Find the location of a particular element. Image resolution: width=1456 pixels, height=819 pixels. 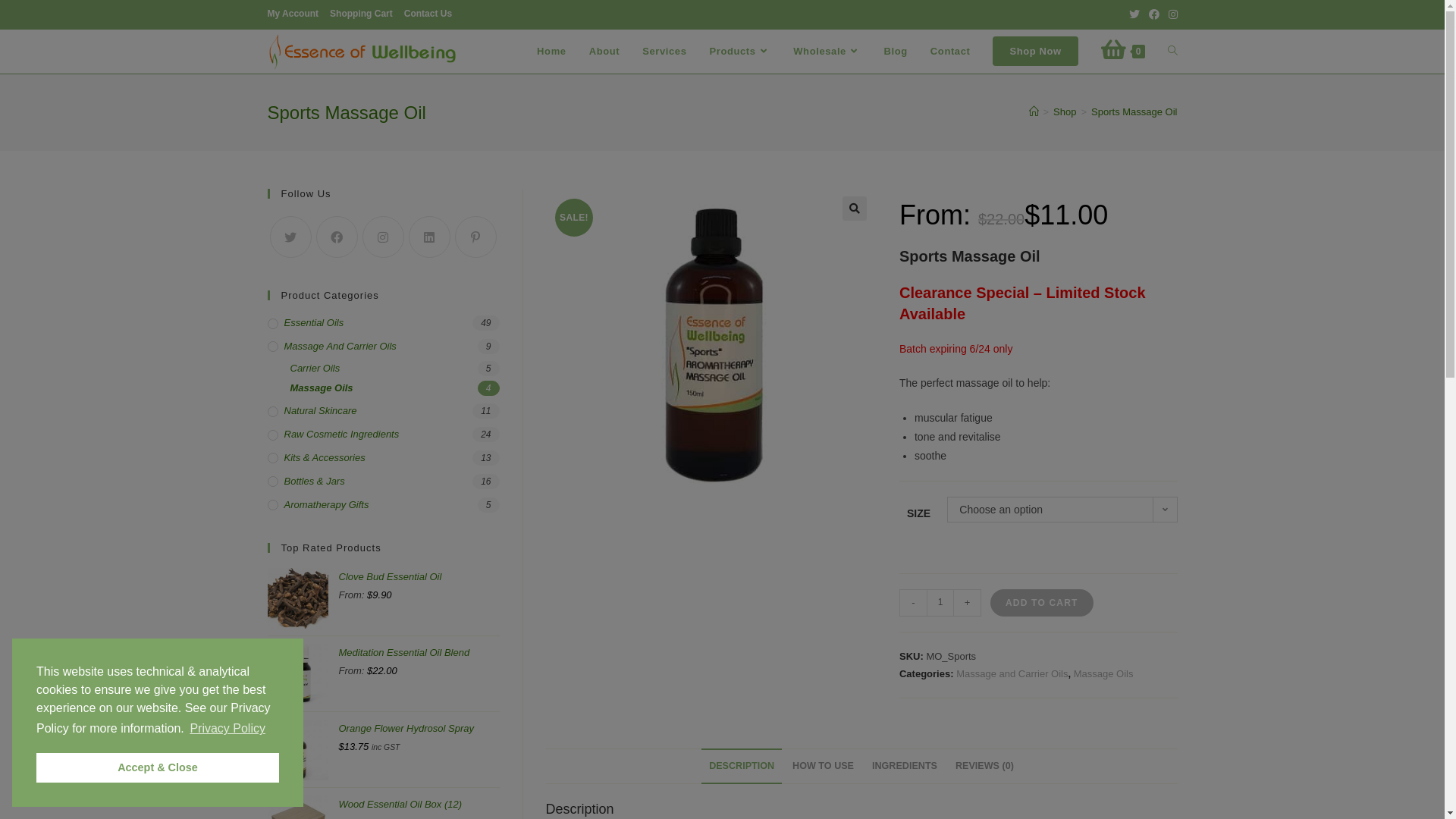

'Kits & Accessories' is located at coordinates (382, 457).